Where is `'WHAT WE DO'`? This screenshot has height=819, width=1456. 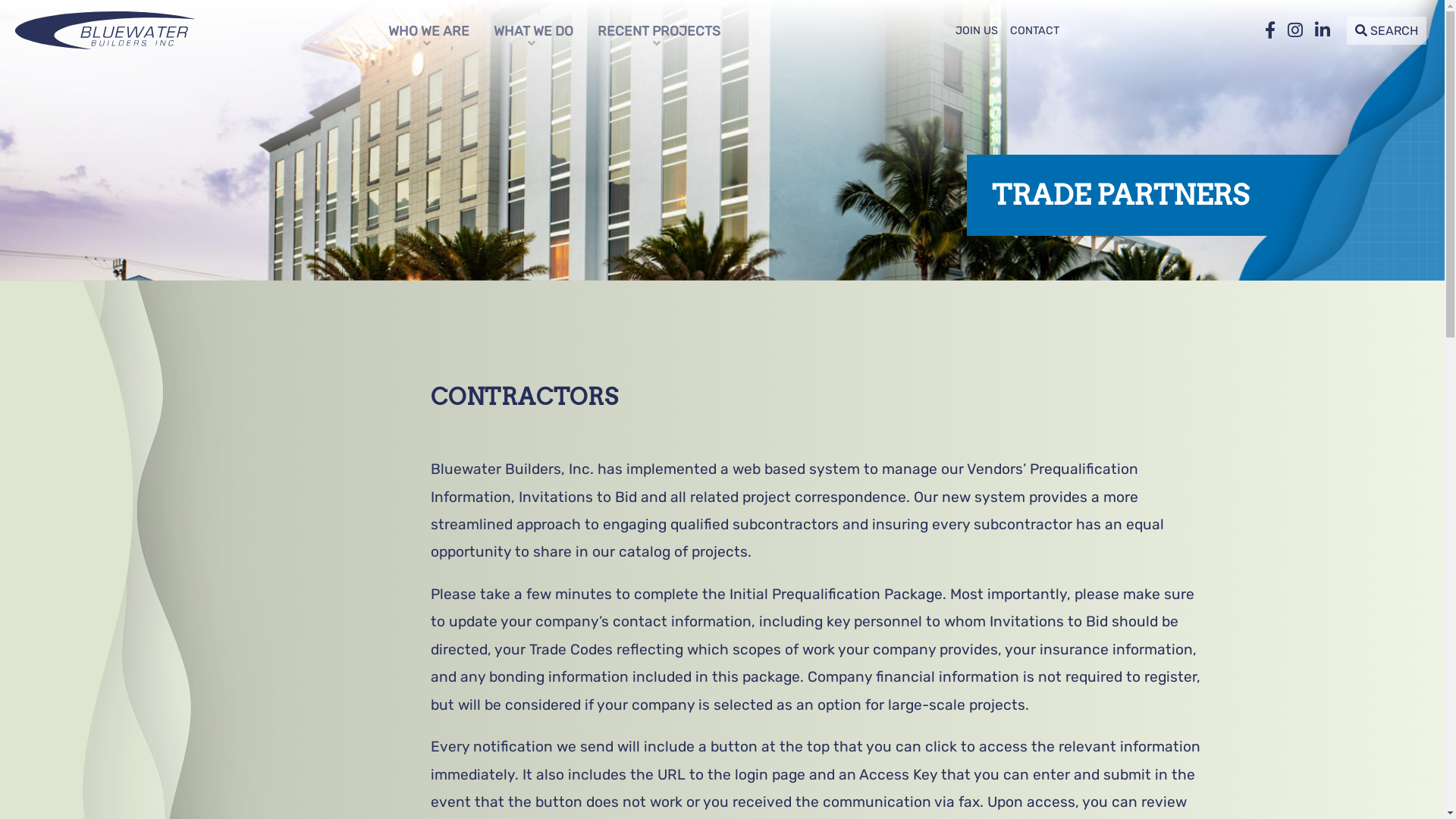
'WHAT WE DO' is located at coordinates (533, 30).